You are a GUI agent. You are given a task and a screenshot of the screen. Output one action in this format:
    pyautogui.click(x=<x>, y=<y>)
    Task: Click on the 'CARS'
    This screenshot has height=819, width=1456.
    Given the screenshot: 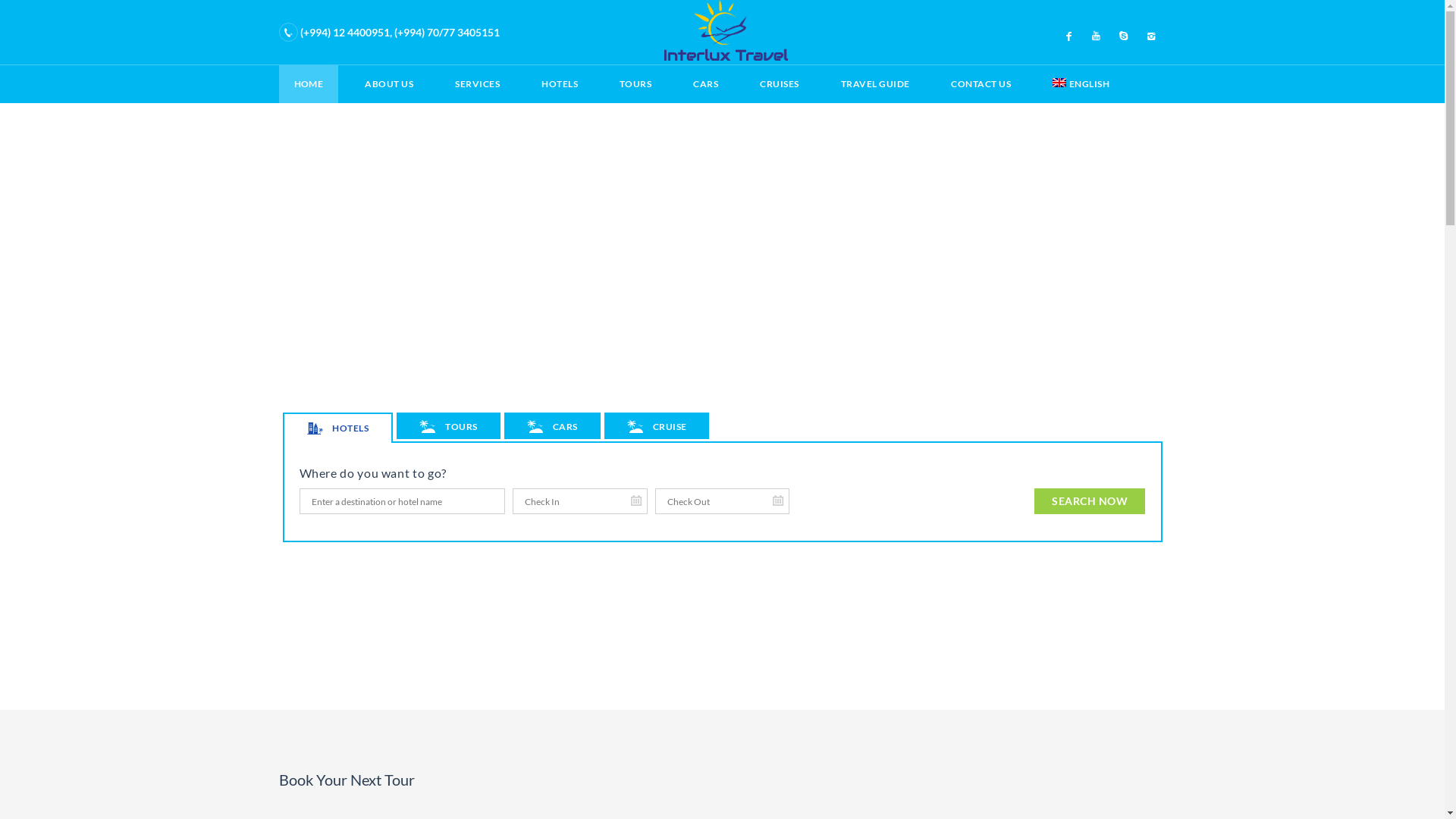 What is the action you would take?
    pyautogui.click(x=551, y=425)
    